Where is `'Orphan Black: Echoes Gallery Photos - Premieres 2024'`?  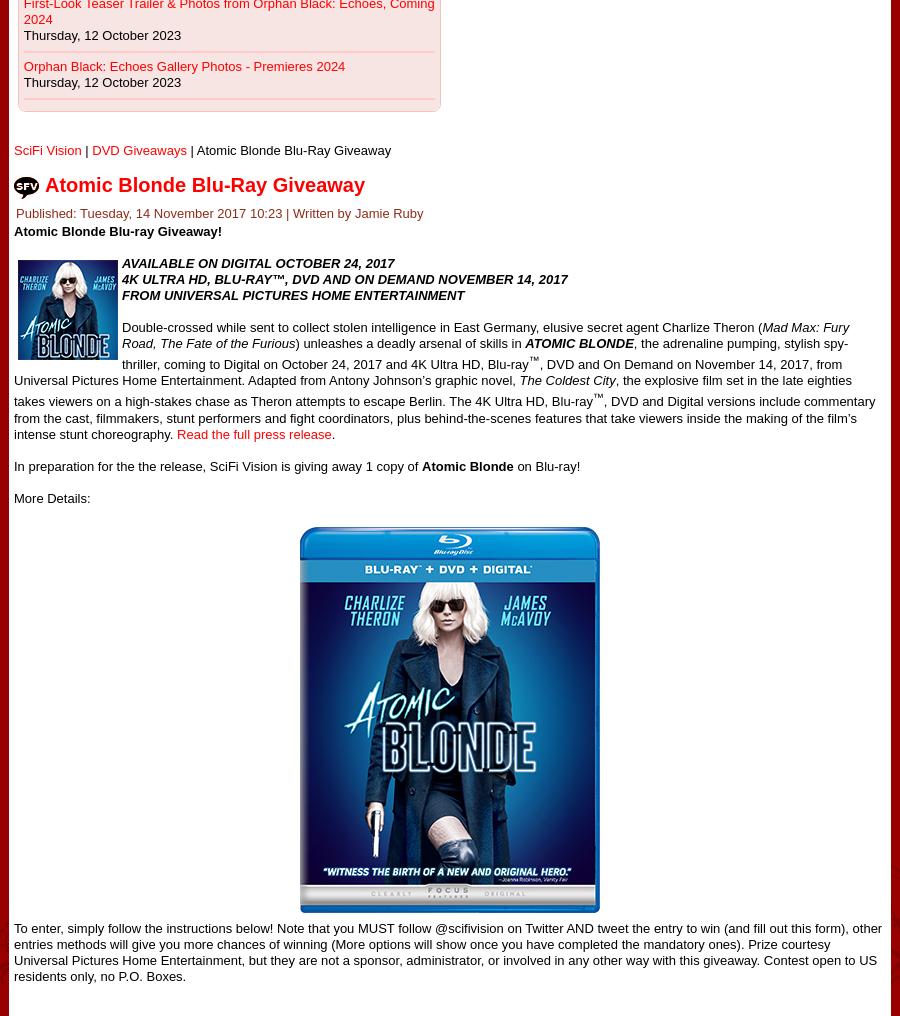
'Orphan Black: Echoes Gallery Photos - Premieres 2024' is located at coordinates (183, 66).